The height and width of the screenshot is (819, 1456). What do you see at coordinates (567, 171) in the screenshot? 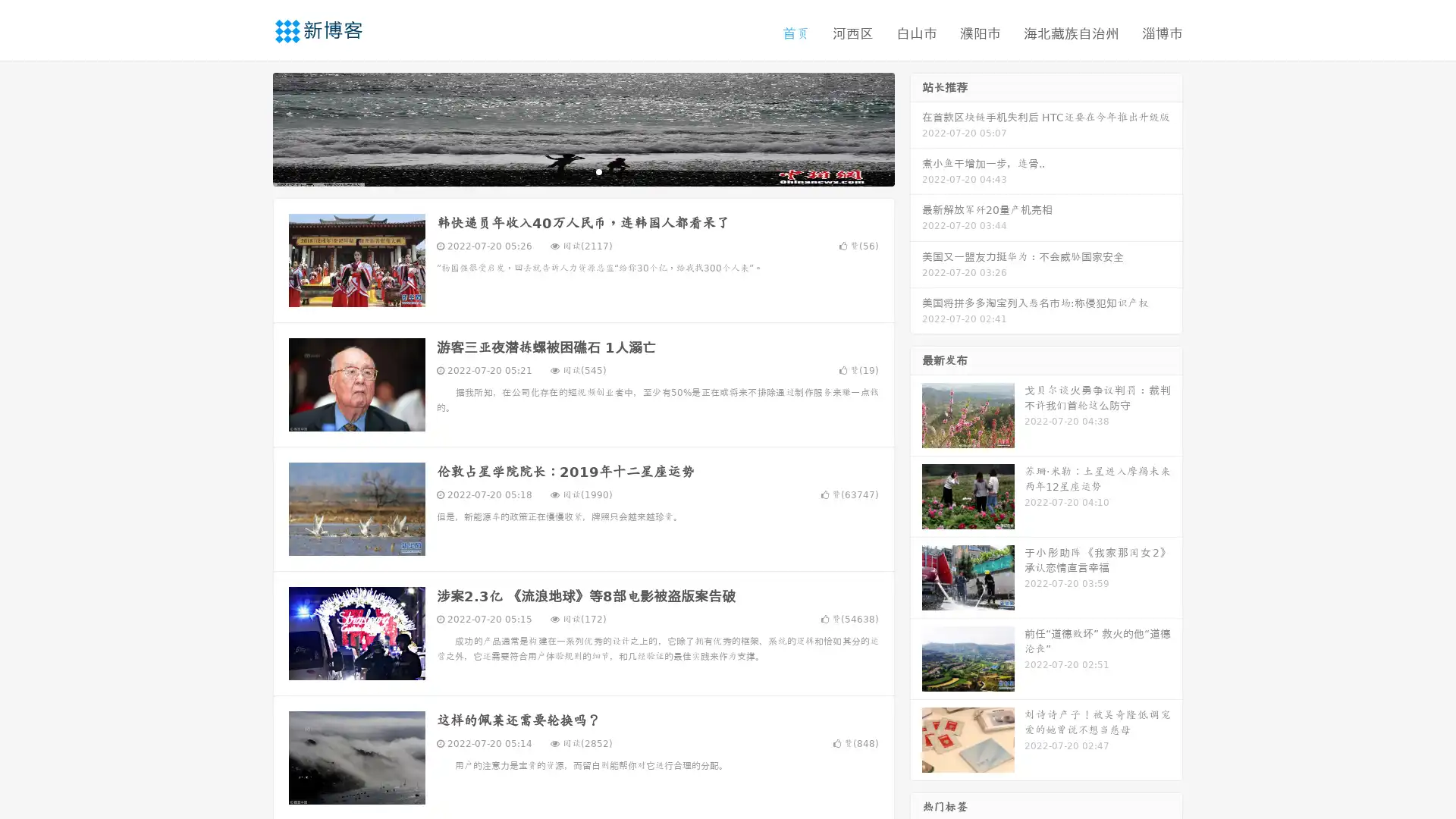
I see `Go to slide 1` at bounding box center [567, 171].